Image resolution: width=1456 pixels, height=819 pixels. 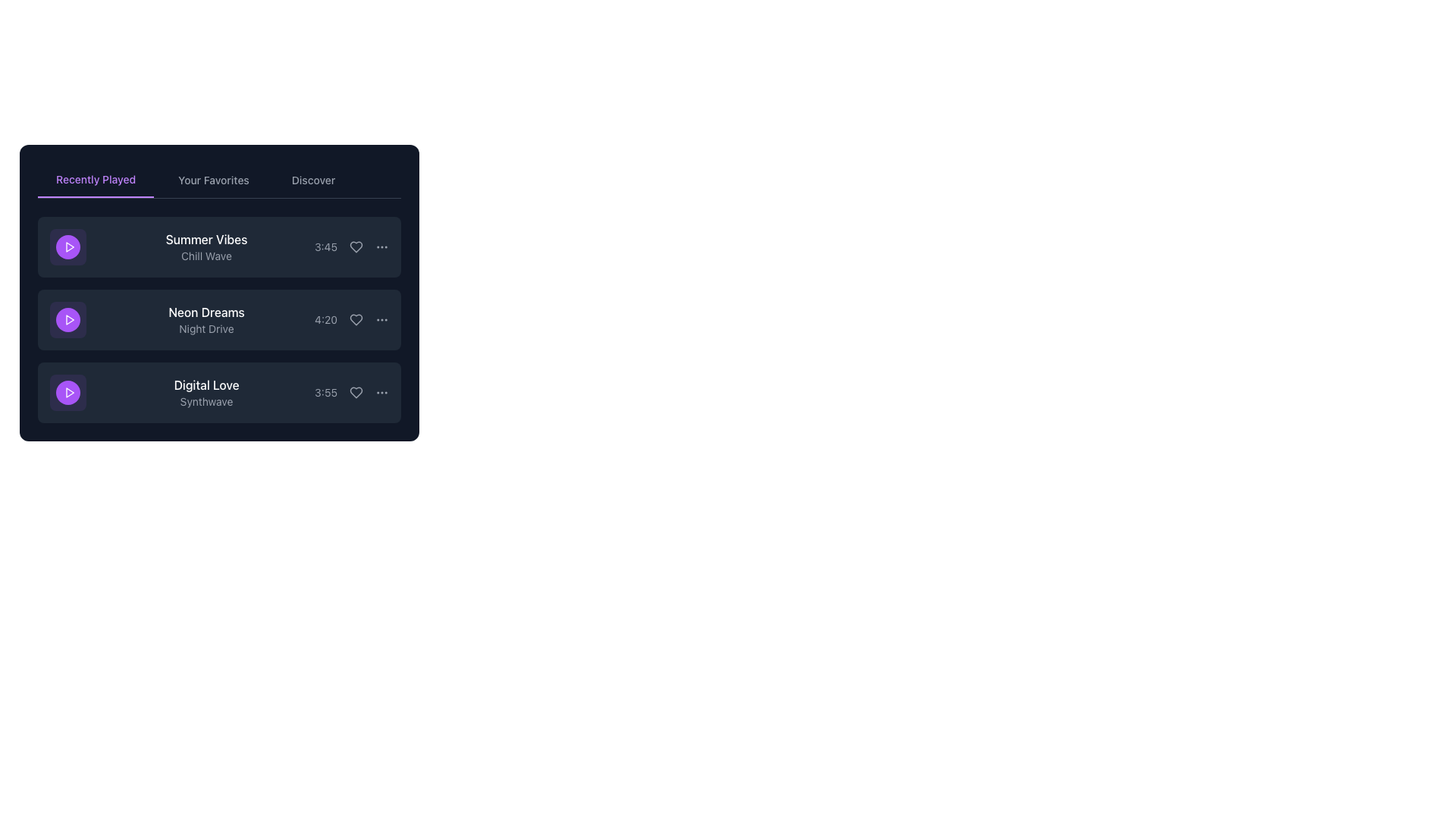 I want to click on the play button located at the leftmost start of the 'Summer Vibes' row, so click(x=67, y=246).